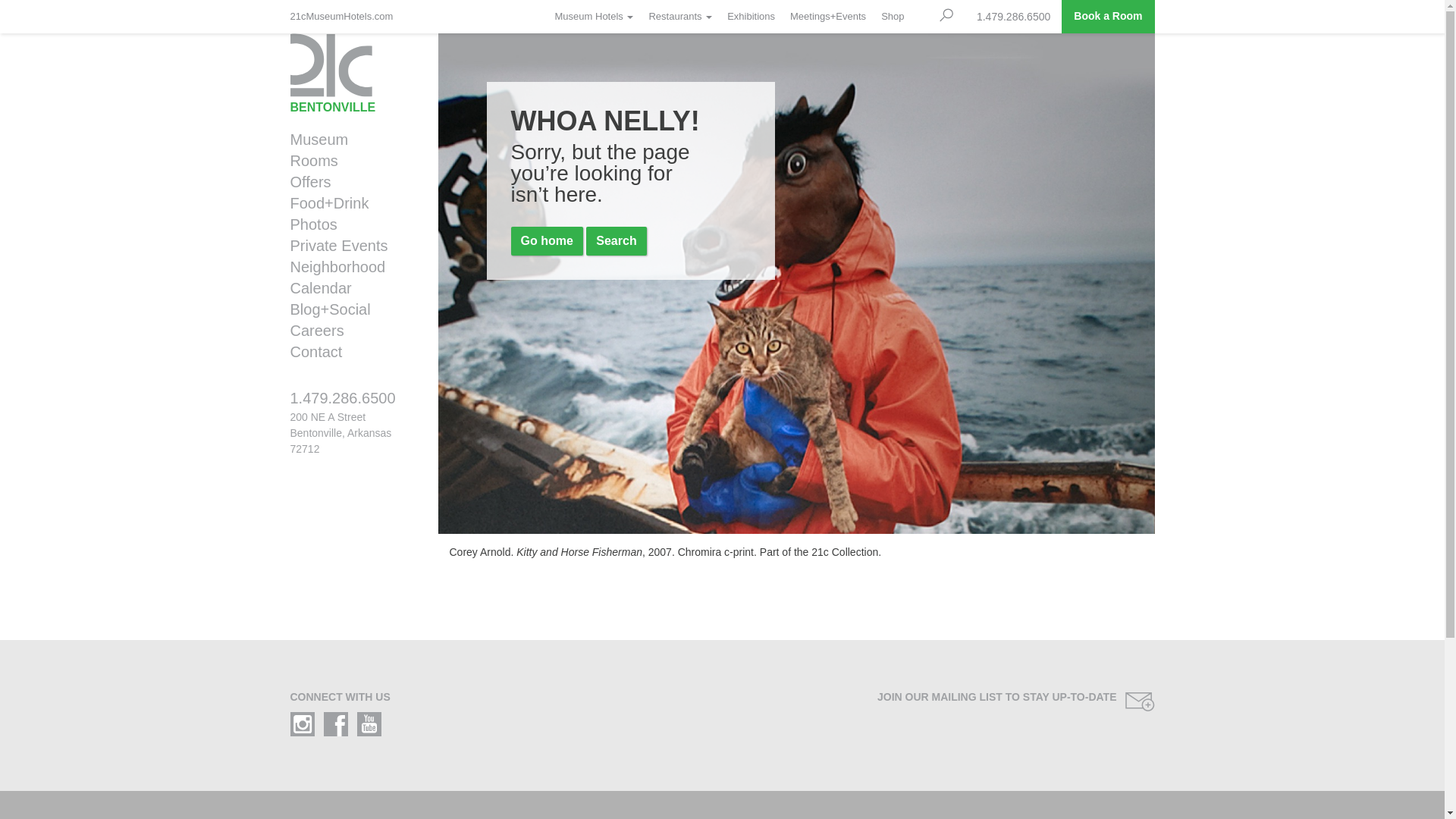 The height and width of the screenshot is (819, 1456). Describe the element at coordinates (347, 265) in the screenshot. I see `'Neighborhood'` at that location.